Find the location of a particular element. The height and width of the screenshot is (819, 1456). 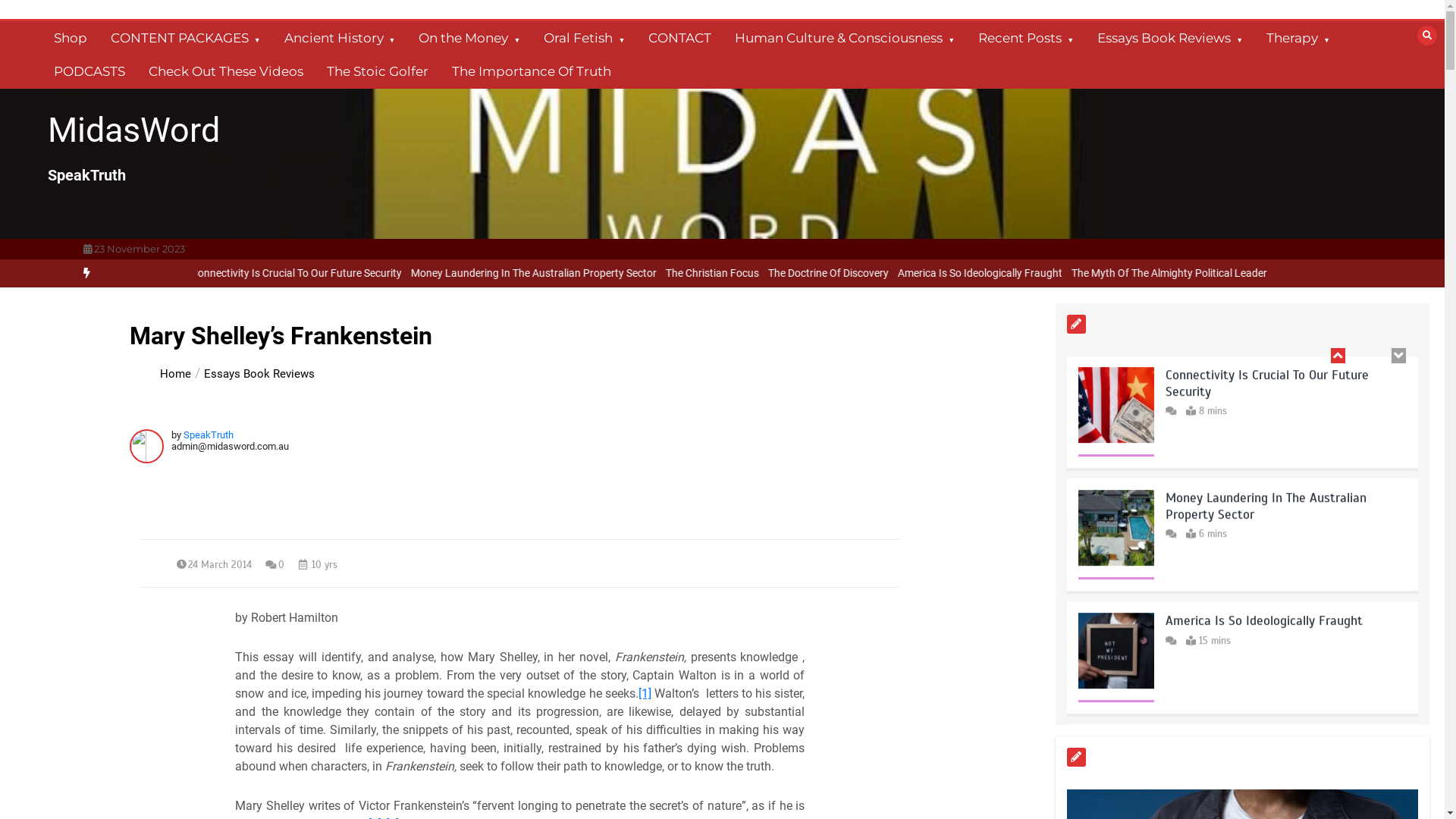

'The Stoic Golfer' is located at coordinates (319, 71).